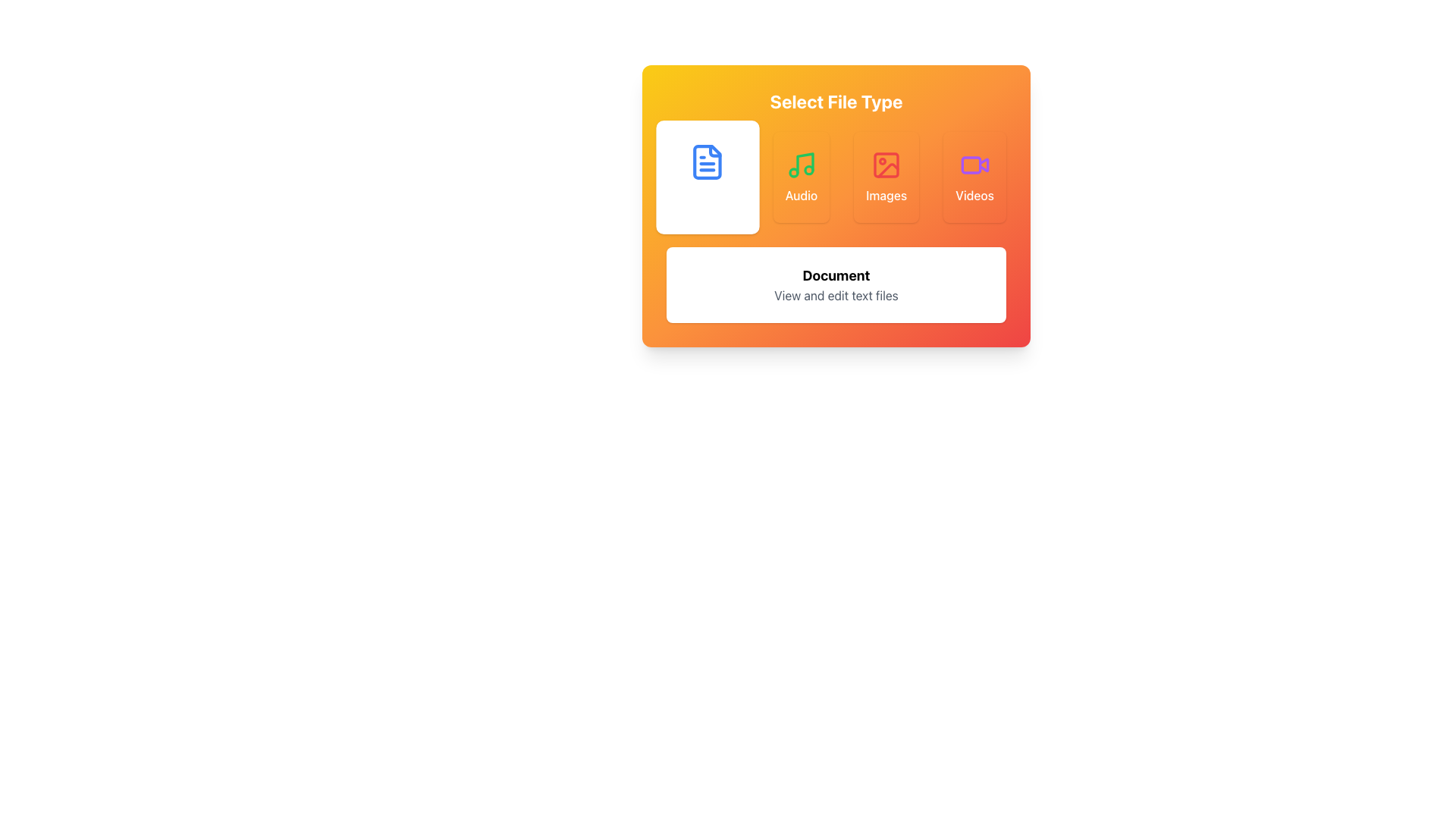  What do you see at coordinates (886, 195) in the screenshot?
I see `the Text label indicating the file selection type 'Images' in the 'Select File Type' section` at bounding box center [886, 195].